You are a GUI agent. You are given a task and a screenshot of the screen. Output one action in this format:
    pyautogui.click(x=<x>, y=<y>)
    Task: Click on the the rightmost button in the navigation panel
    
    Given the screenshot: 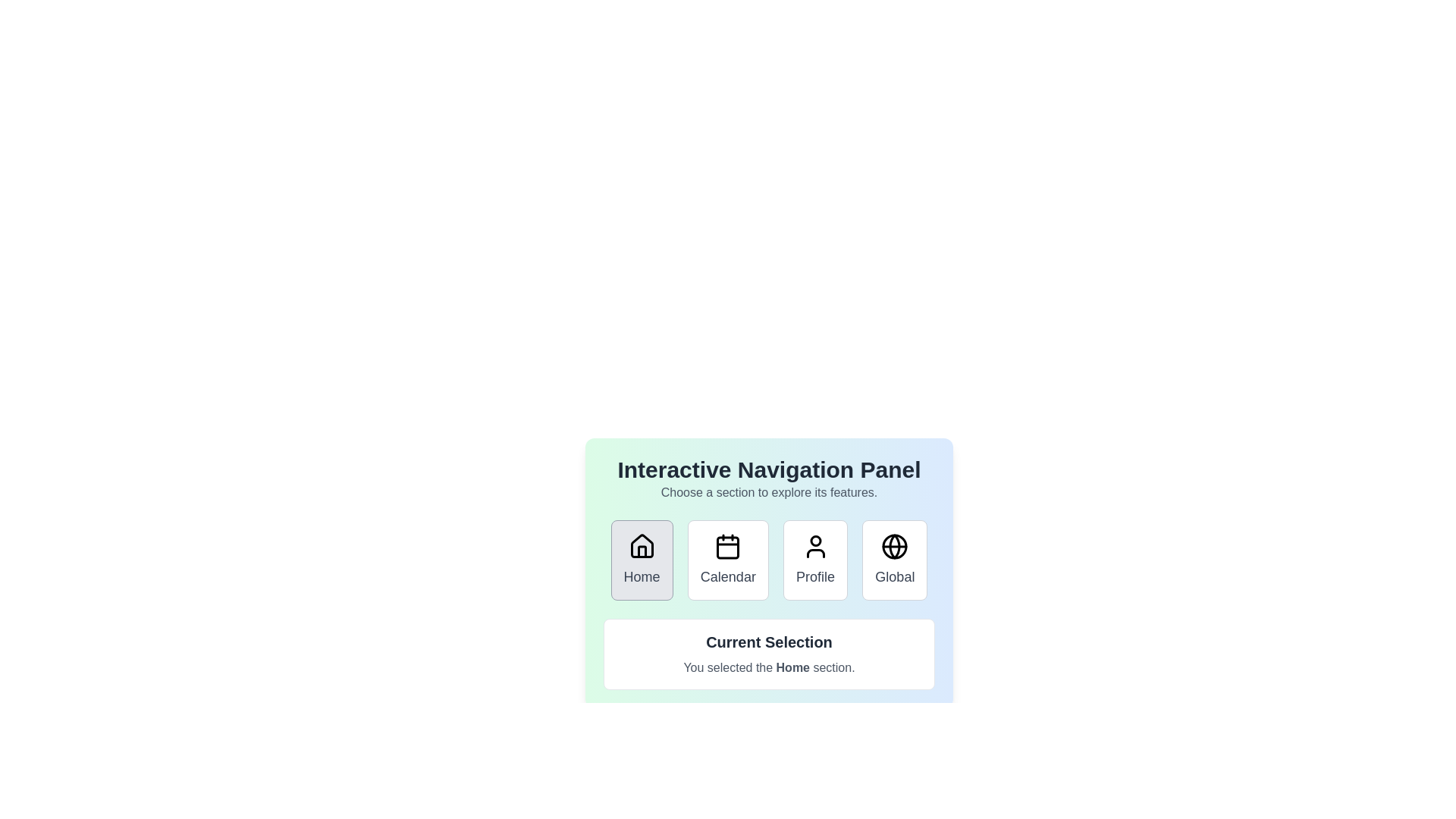 What is the action you would take?
    pyautogui.click(x=895, y=560)
    